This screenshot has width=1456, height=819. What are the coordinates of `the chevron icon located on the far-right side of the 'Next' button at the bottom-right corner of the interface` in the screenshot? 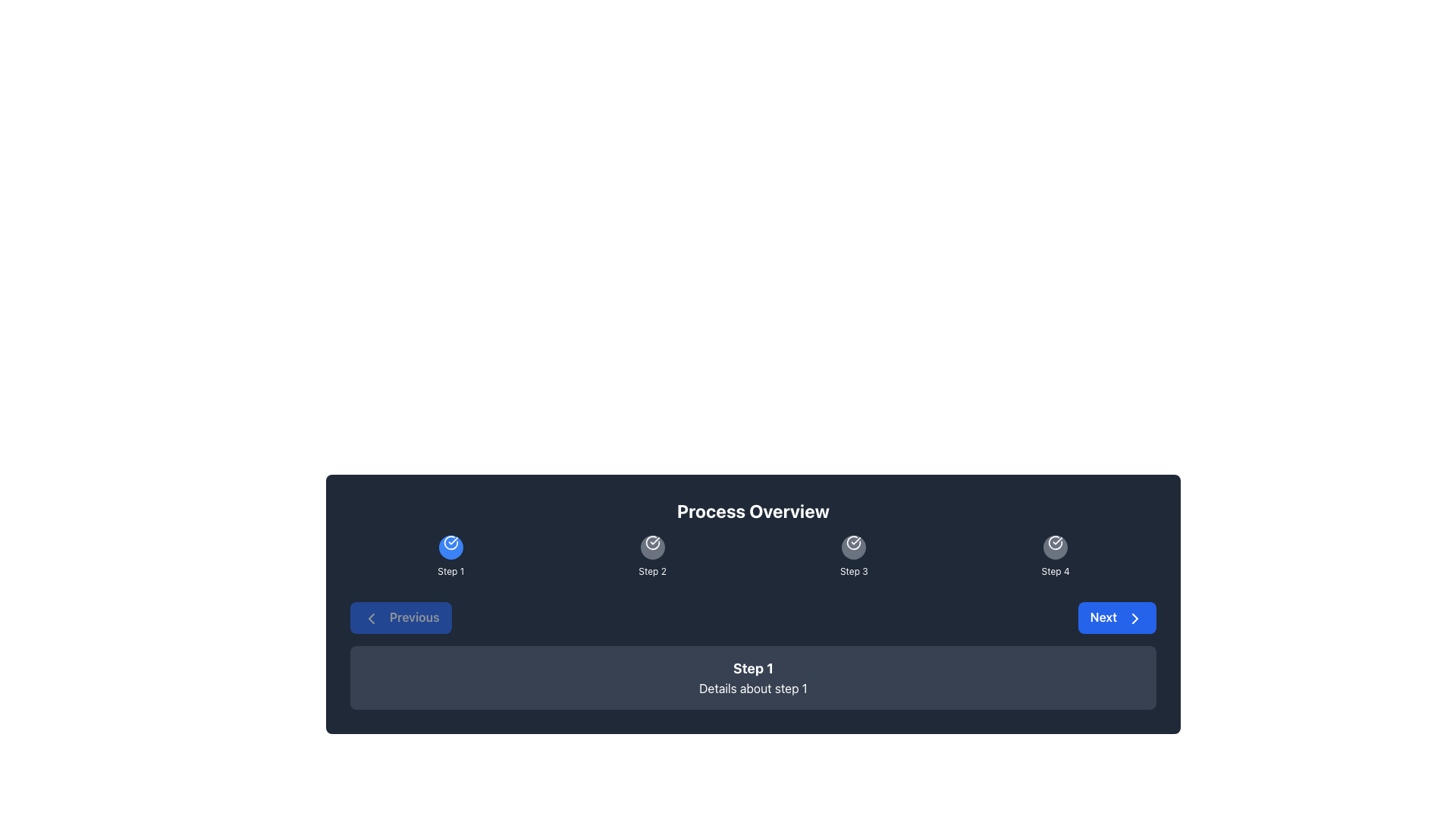 It's located at (1135, 617).